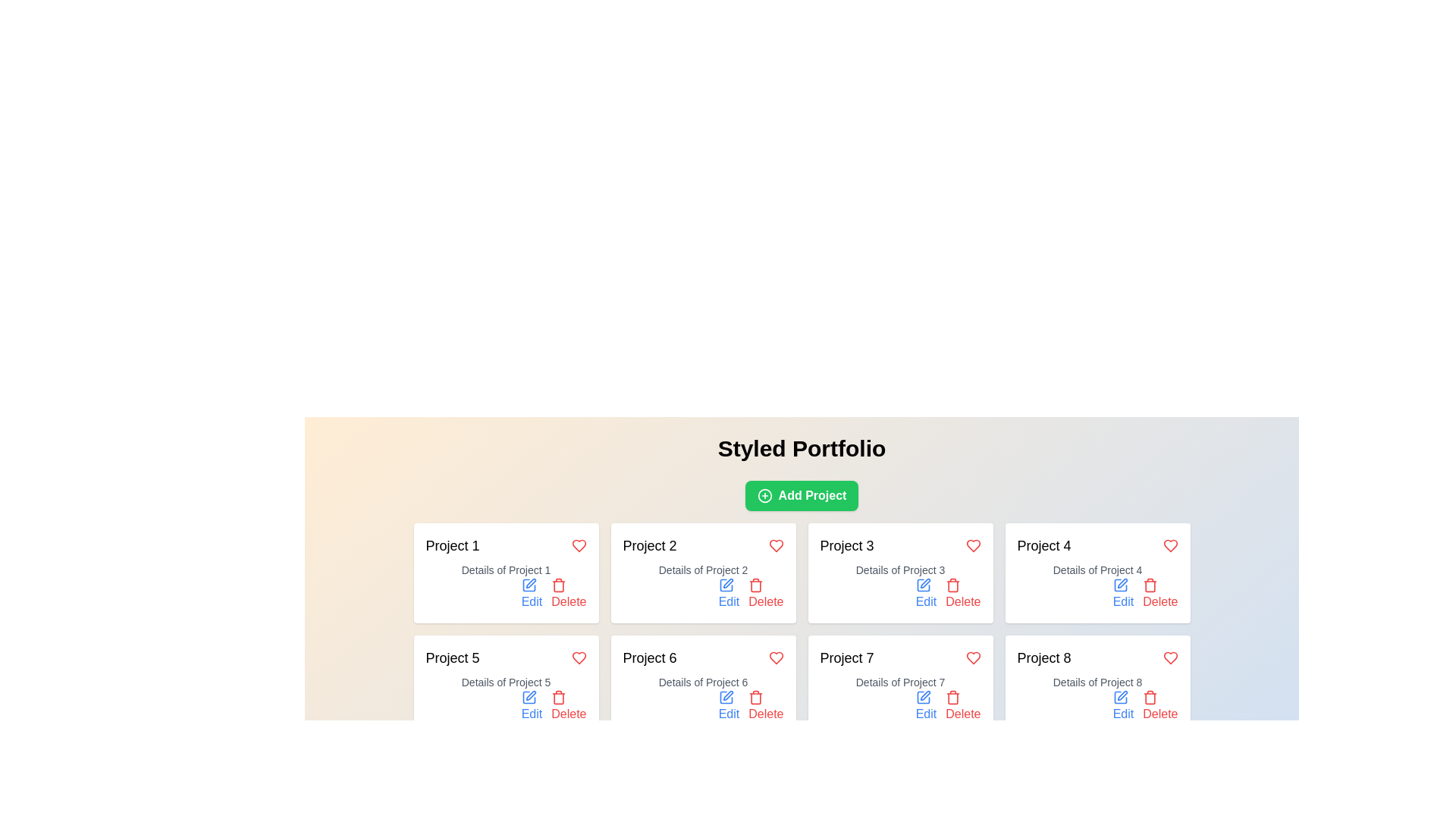  Describe the element at coordinates (973, 657) in the screenshot. I see `the heart-shaped icon button in the top-right corner of the 'Project 4' card` at that location.